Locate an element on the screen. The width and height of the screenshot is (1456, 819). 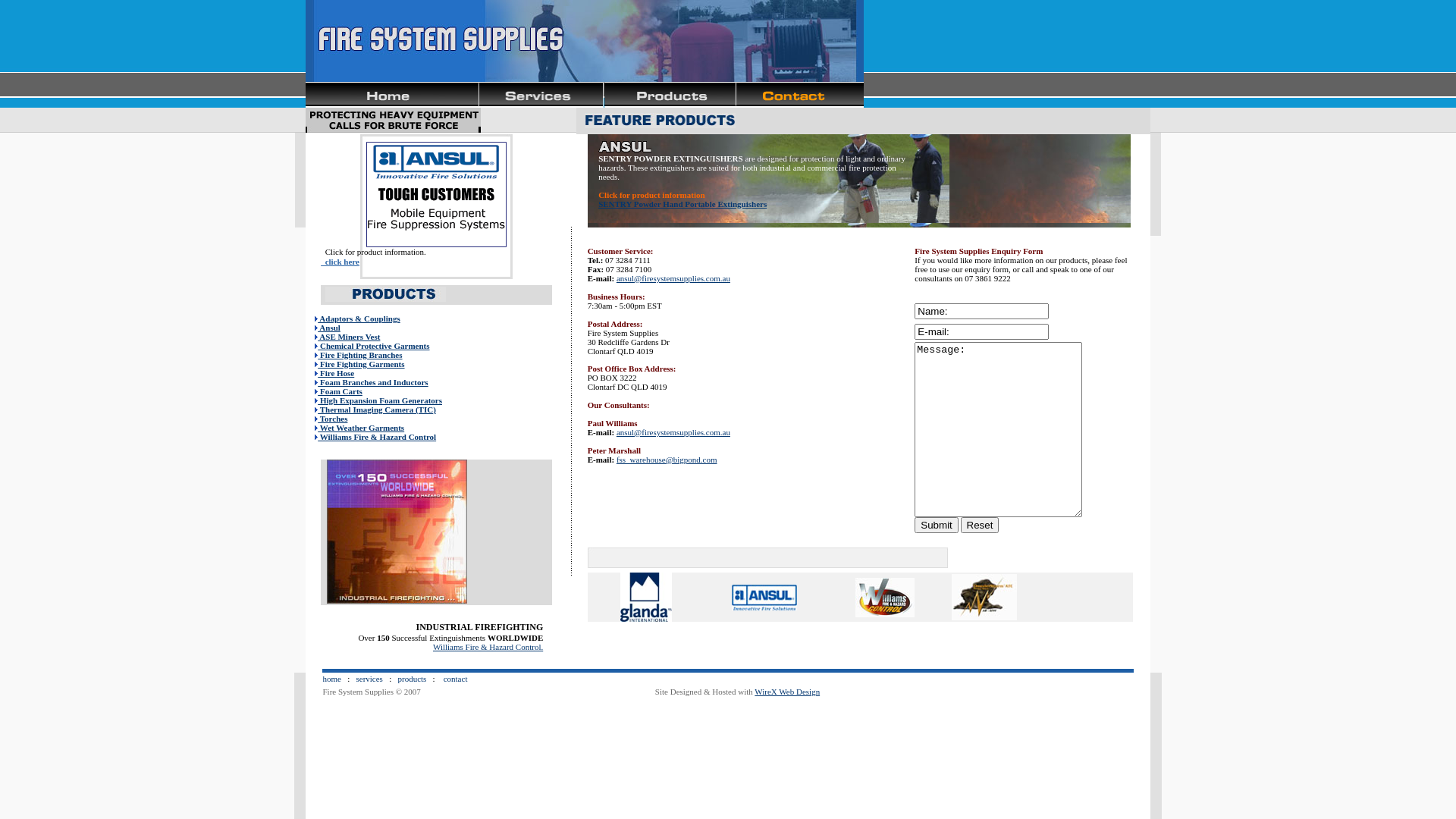
'ansul@firesystemsupplies.com.au' is located at coordinates (616, 278).